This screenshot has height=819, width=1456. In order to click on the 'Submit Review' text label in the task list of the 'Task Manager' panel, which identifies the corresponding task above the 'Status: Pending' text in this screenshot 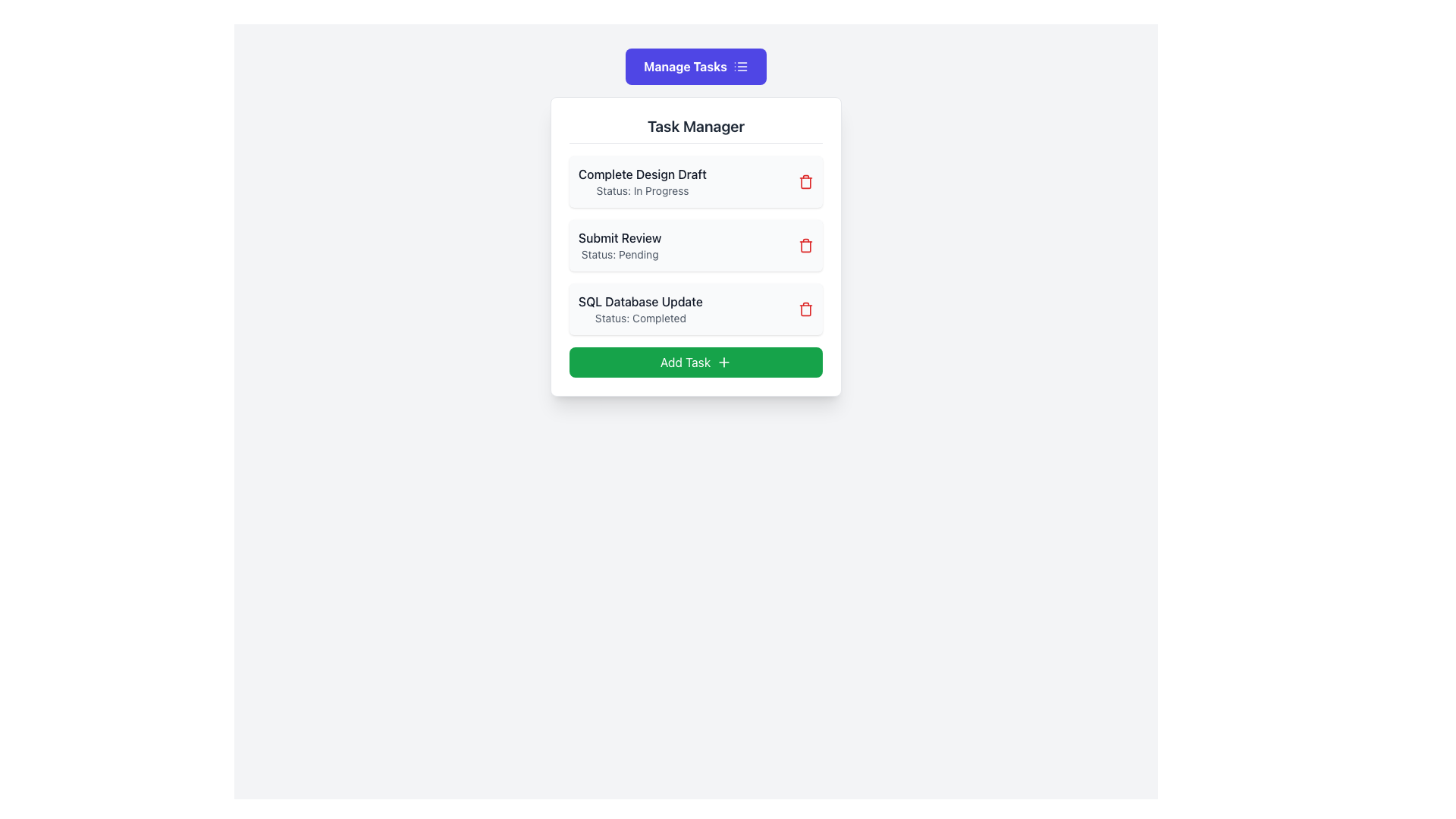, I will do `click(620, 237)`.